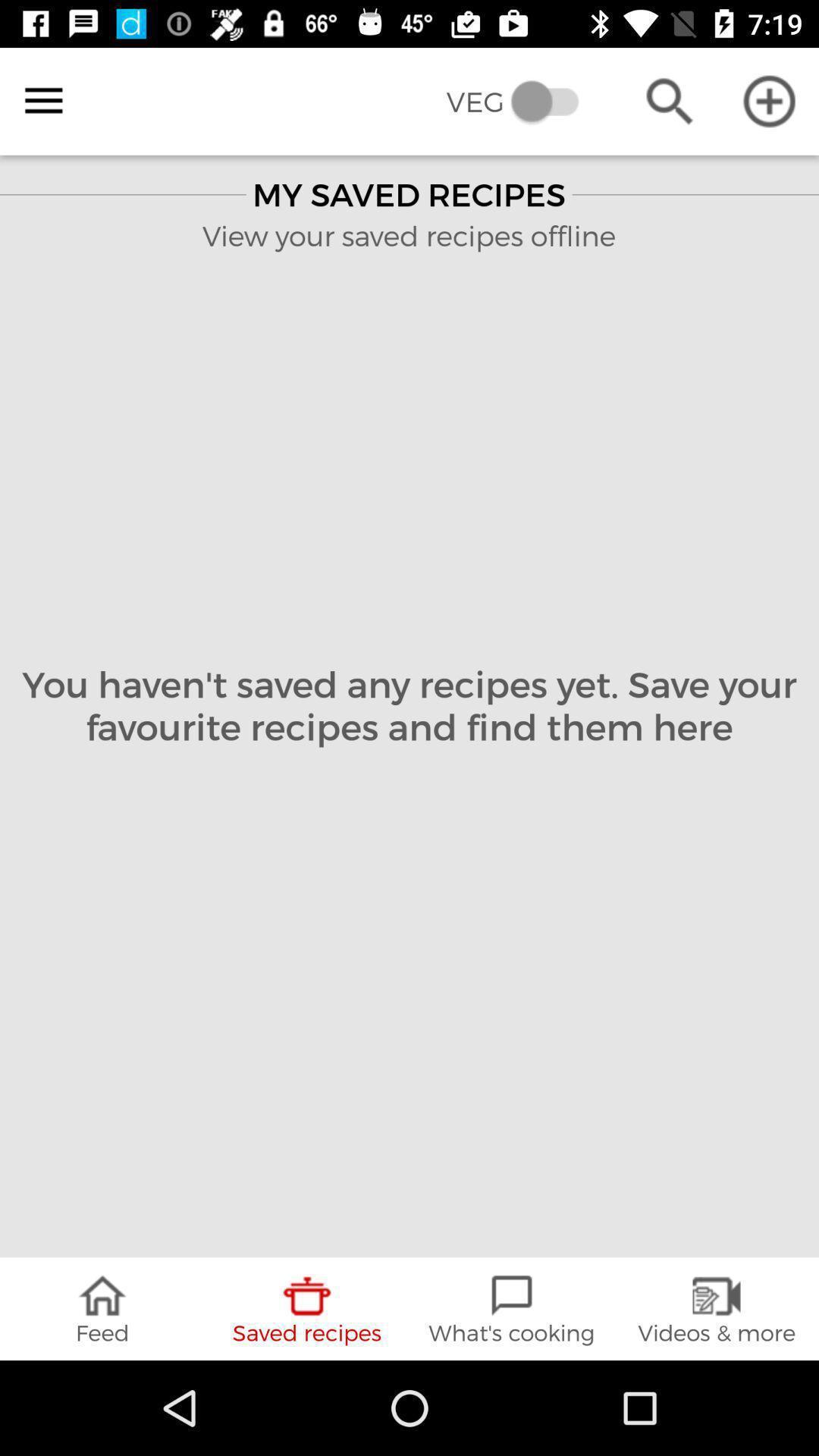  I want to click on item below you haven t icon, so click(512, 1308).